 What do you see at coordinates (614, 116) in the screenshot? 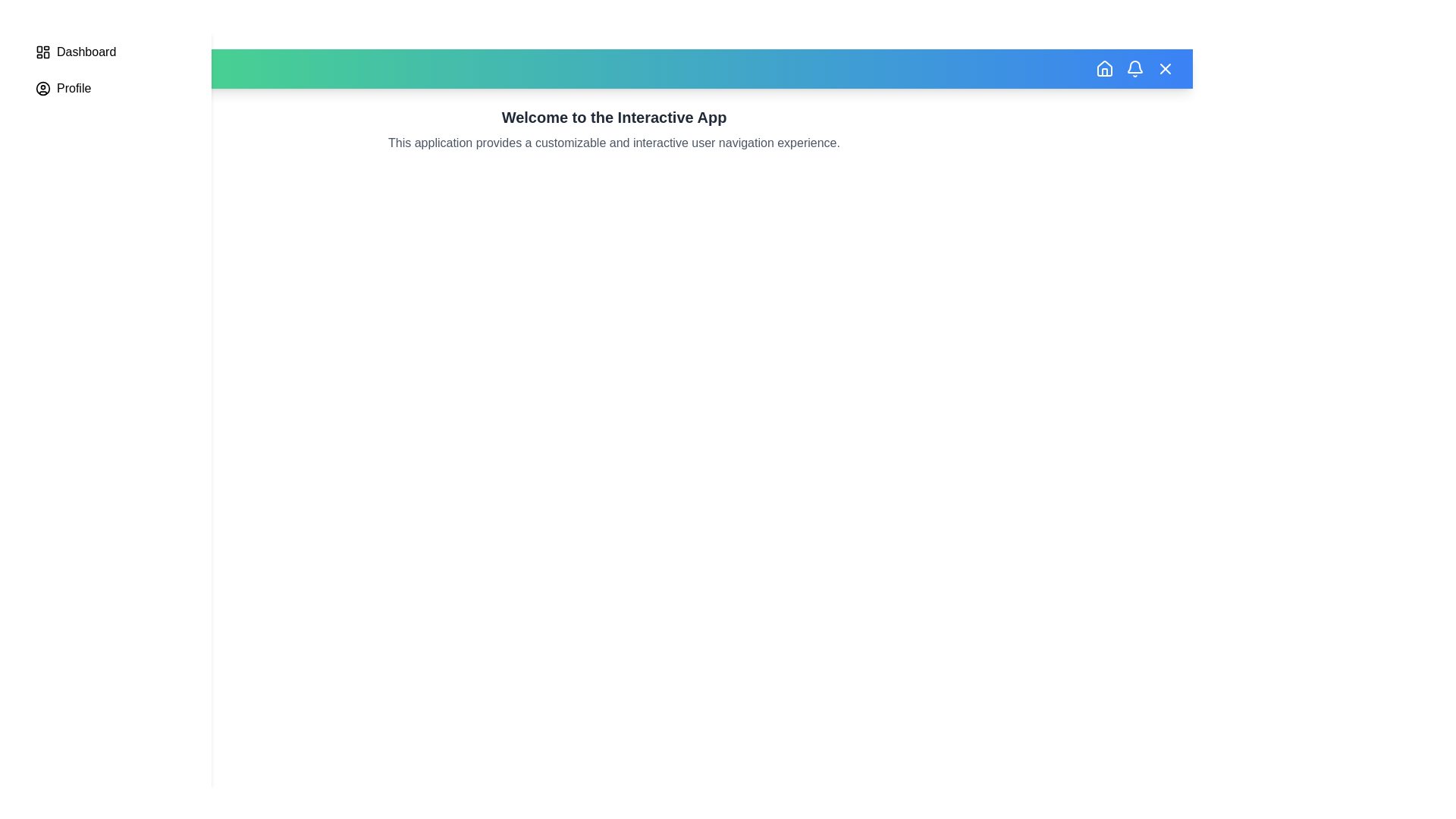
I see `the bold headline text label that displays 'Welcome to the Interactive App', located at the top-center of the application interface` at bounding box center [614, 116].